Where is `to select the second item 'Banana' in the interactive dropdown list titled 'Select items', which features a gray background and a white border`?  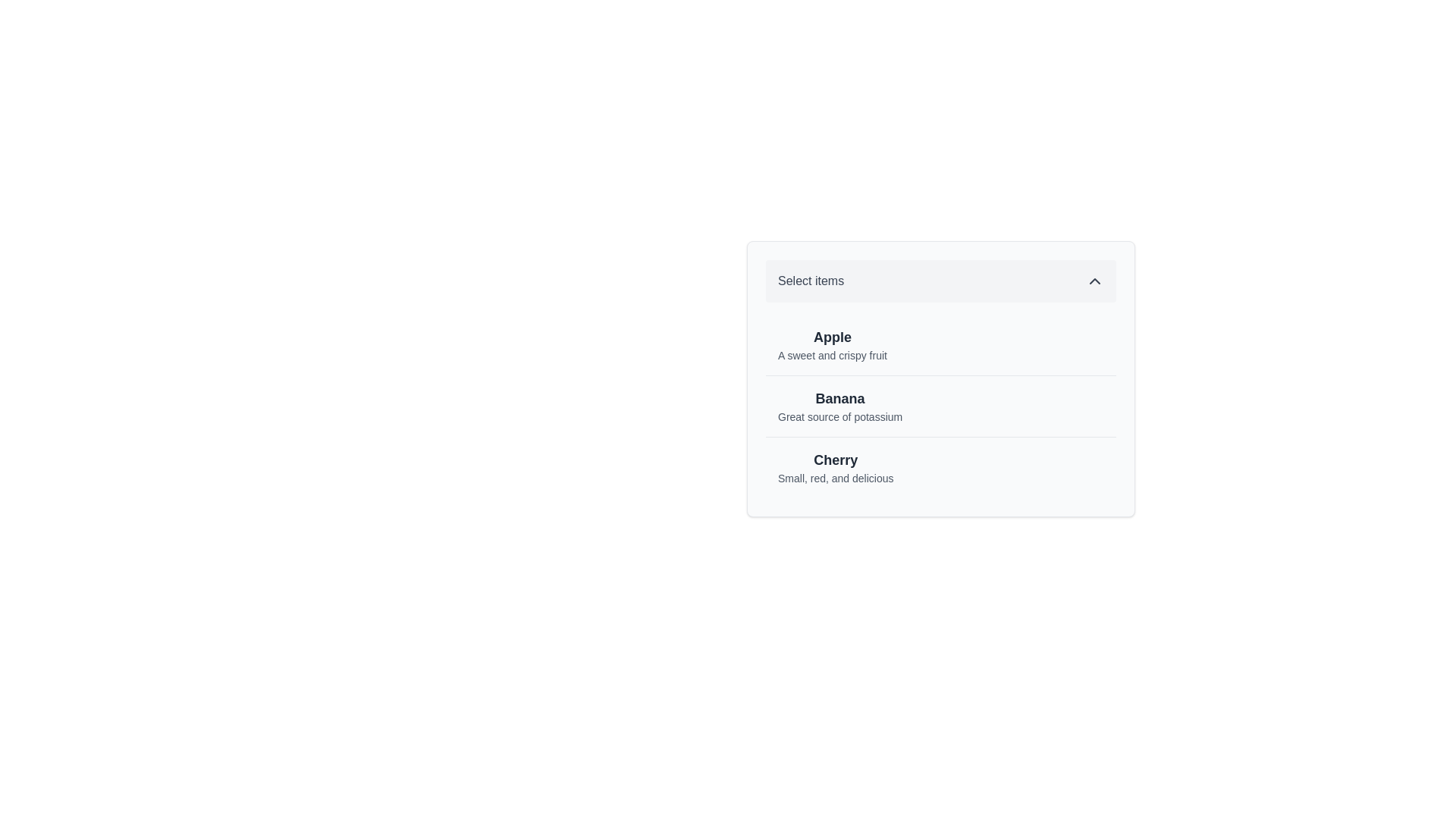
to select the second item 'Banana' in the interactive dropdown list titled 'Select items', which features a gray background and a white border is located at coordinates (940, 378).